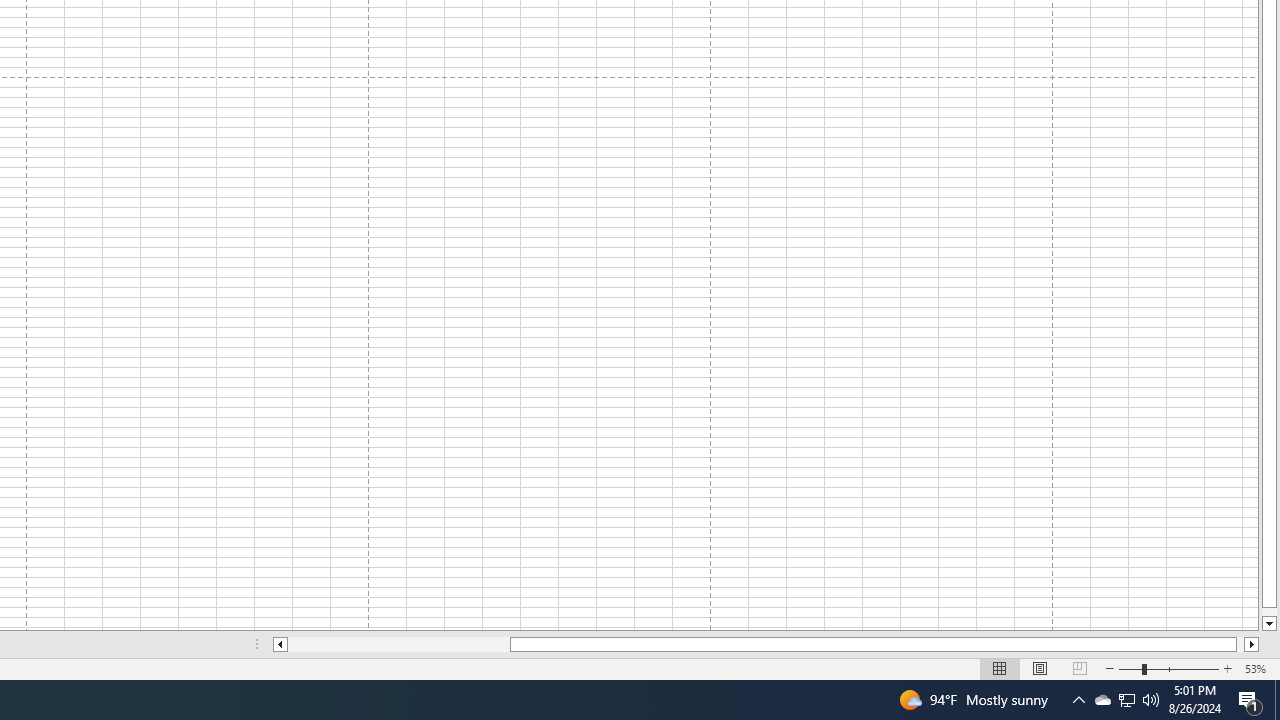  What do you see at coordinates (1268, 623) in the screenshot?
I see `'Line down'` at bounding box center [1268, 623].